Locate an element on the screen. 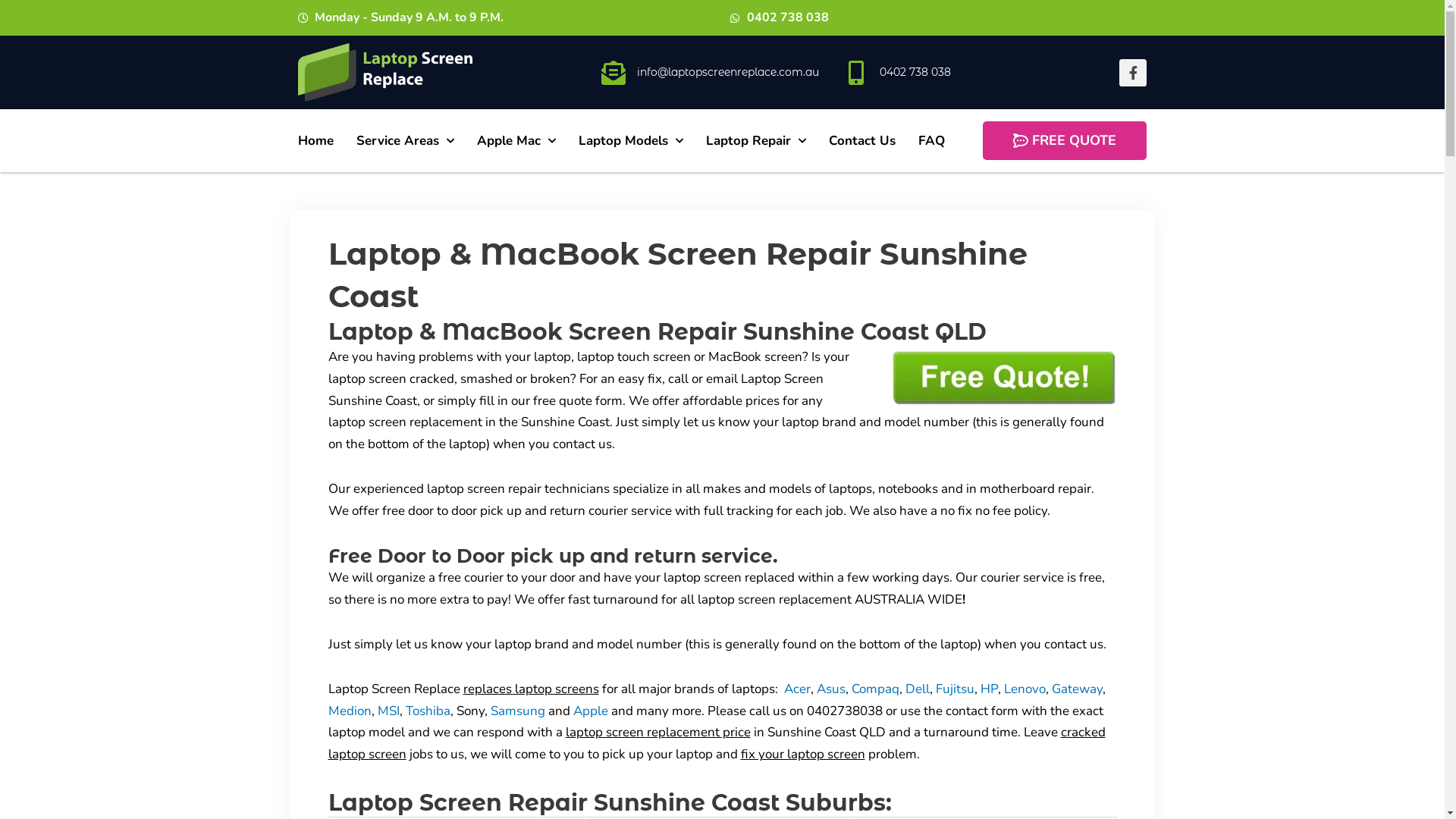 The image size is (1456, 819). 'Asus' is located at coordinates (829, 689).